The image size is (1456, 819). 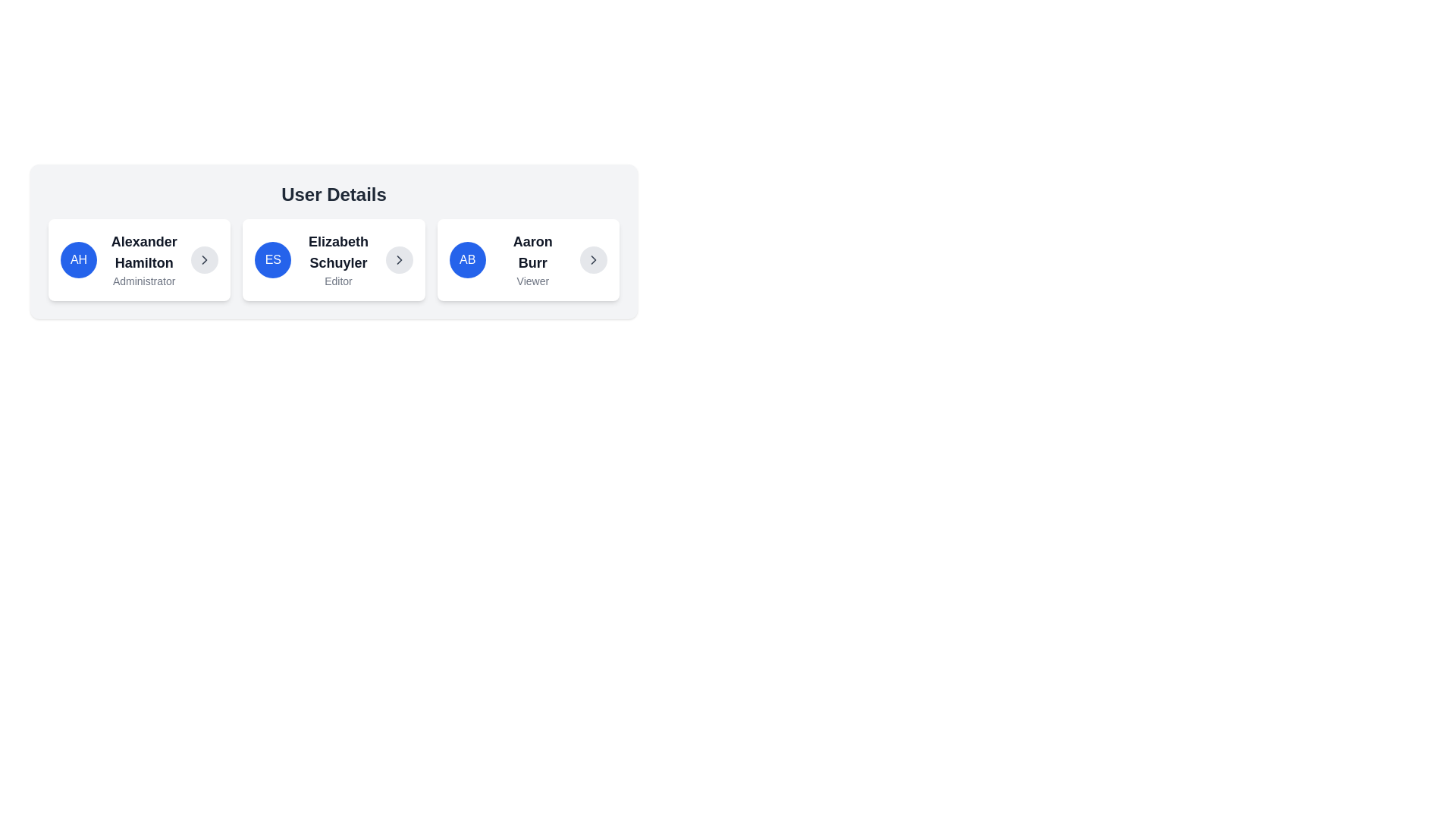 What do you see at coordinates (333, 259) in the screenshot?
I see `the second informational card featuring the avatar of Elizabeth Schuyler, which includes her name in bold and role as Editor` at bounding box center [333, 259].